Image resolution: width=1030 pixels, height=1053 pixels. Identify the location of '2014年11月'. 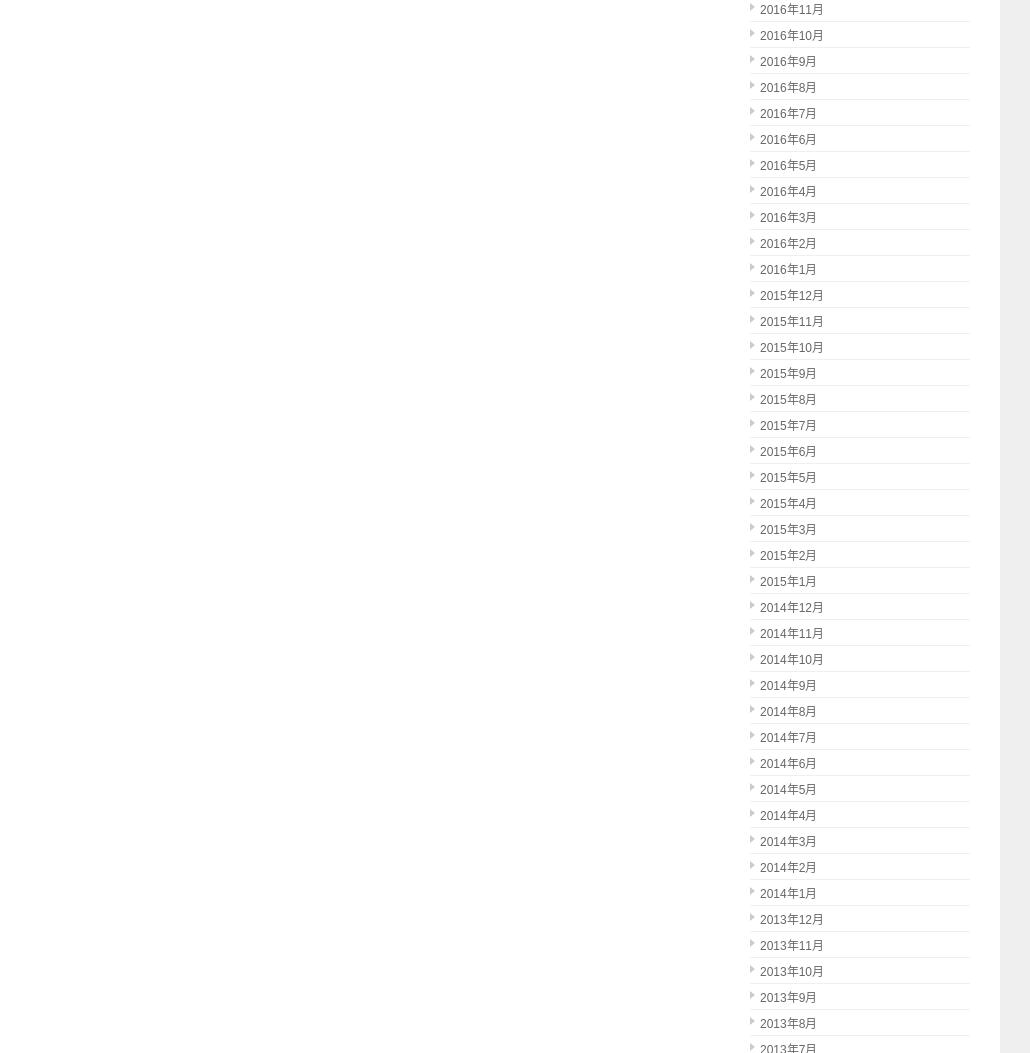
(790, 633).